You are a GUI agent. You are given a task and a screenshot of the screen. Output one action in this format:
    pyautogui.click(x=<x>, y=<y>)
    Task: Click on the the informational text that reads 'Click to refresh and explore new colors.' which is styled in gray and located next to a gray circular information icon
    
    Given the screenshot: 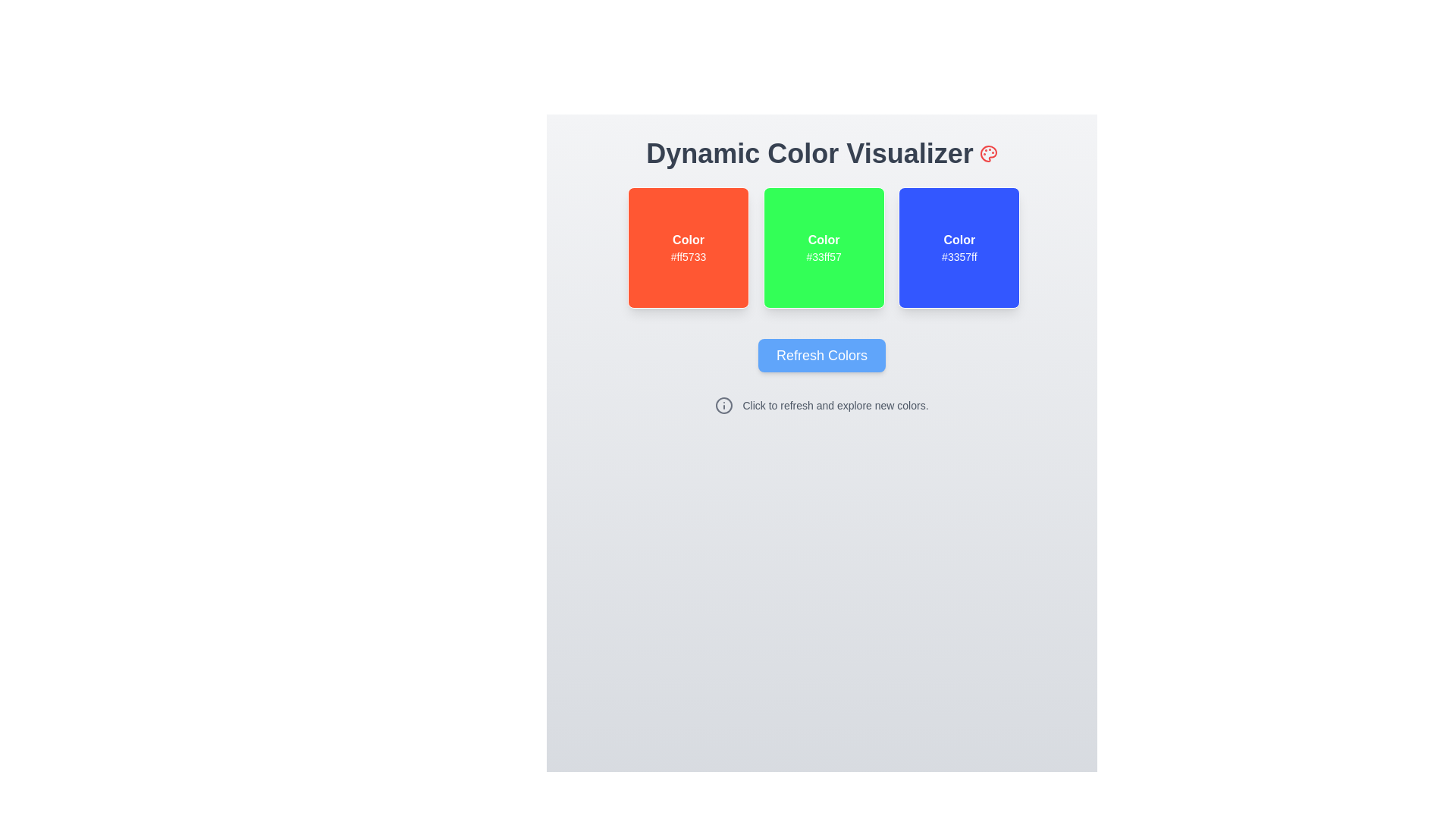 What is the action you would take?
    pyautogui.click(x=821, y=405)
    